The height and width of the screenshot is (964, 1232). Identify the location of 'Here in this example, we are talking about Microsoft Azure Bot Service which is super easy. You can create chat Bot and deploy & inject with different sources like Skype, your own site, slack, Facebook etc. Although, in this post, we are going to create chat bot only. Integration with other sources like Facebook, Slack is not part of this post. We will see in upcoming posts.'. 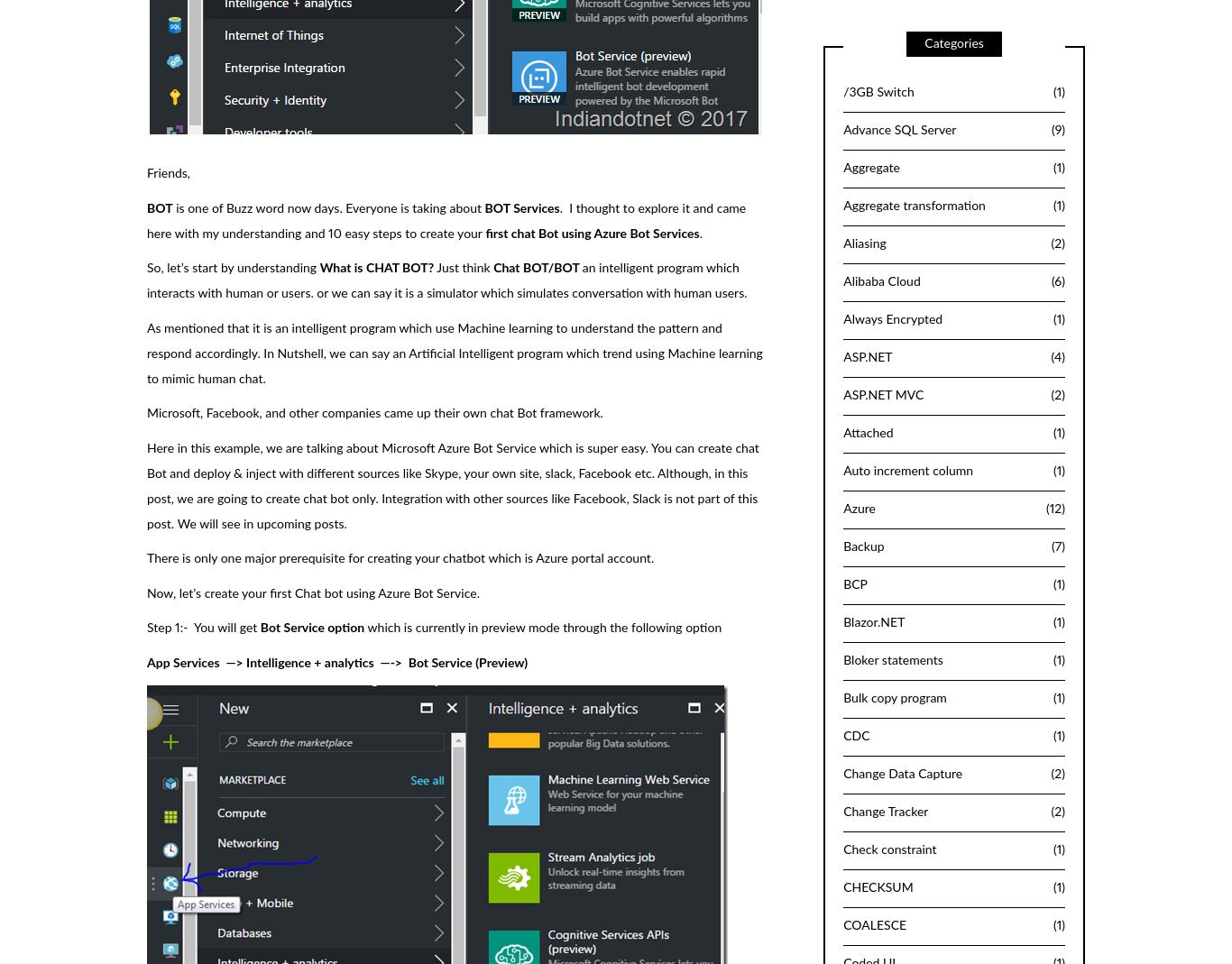
(145, 485).